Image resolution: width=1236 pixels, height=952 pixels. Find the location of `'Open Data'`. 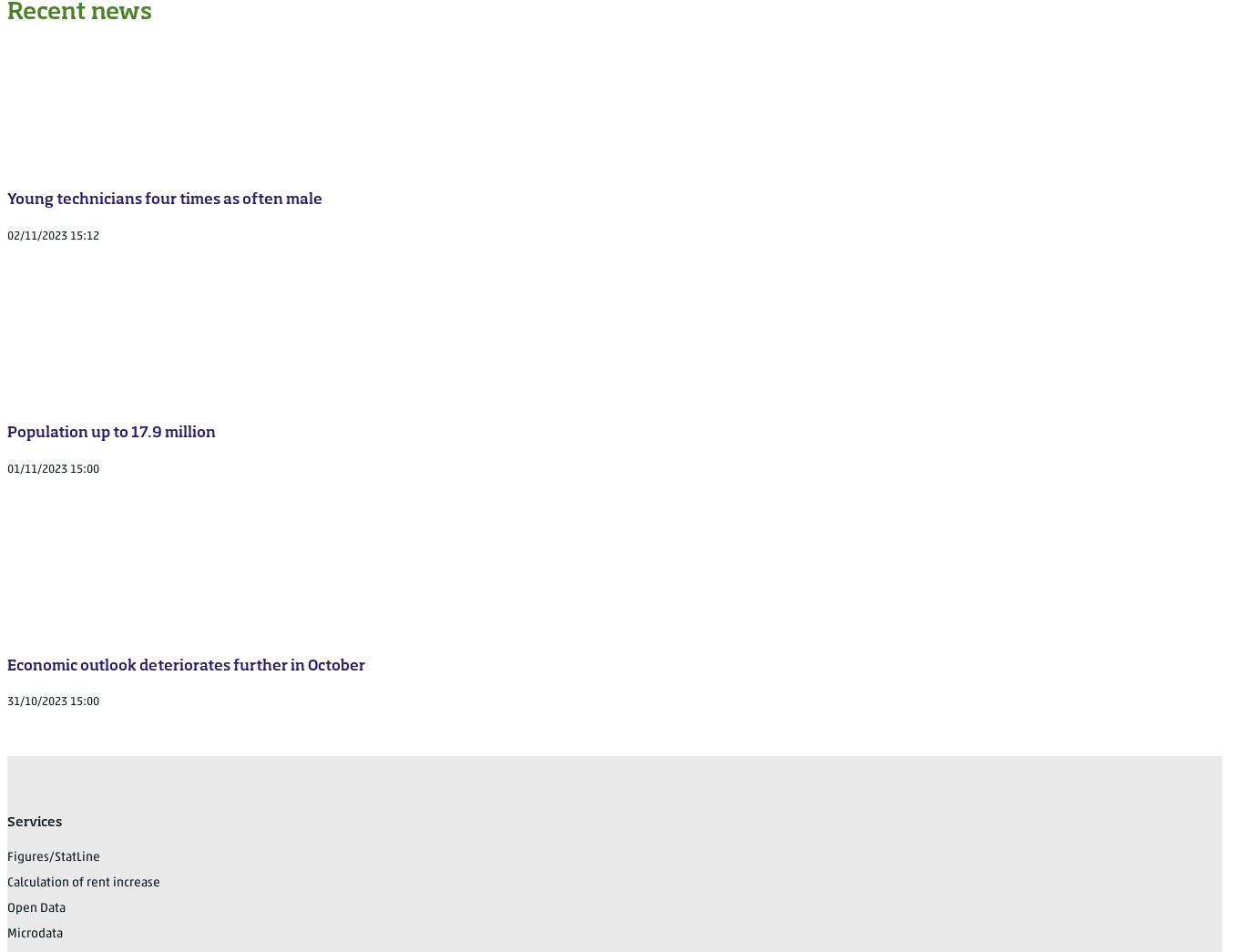

'Open Data' is located at coordinates (36, 908).